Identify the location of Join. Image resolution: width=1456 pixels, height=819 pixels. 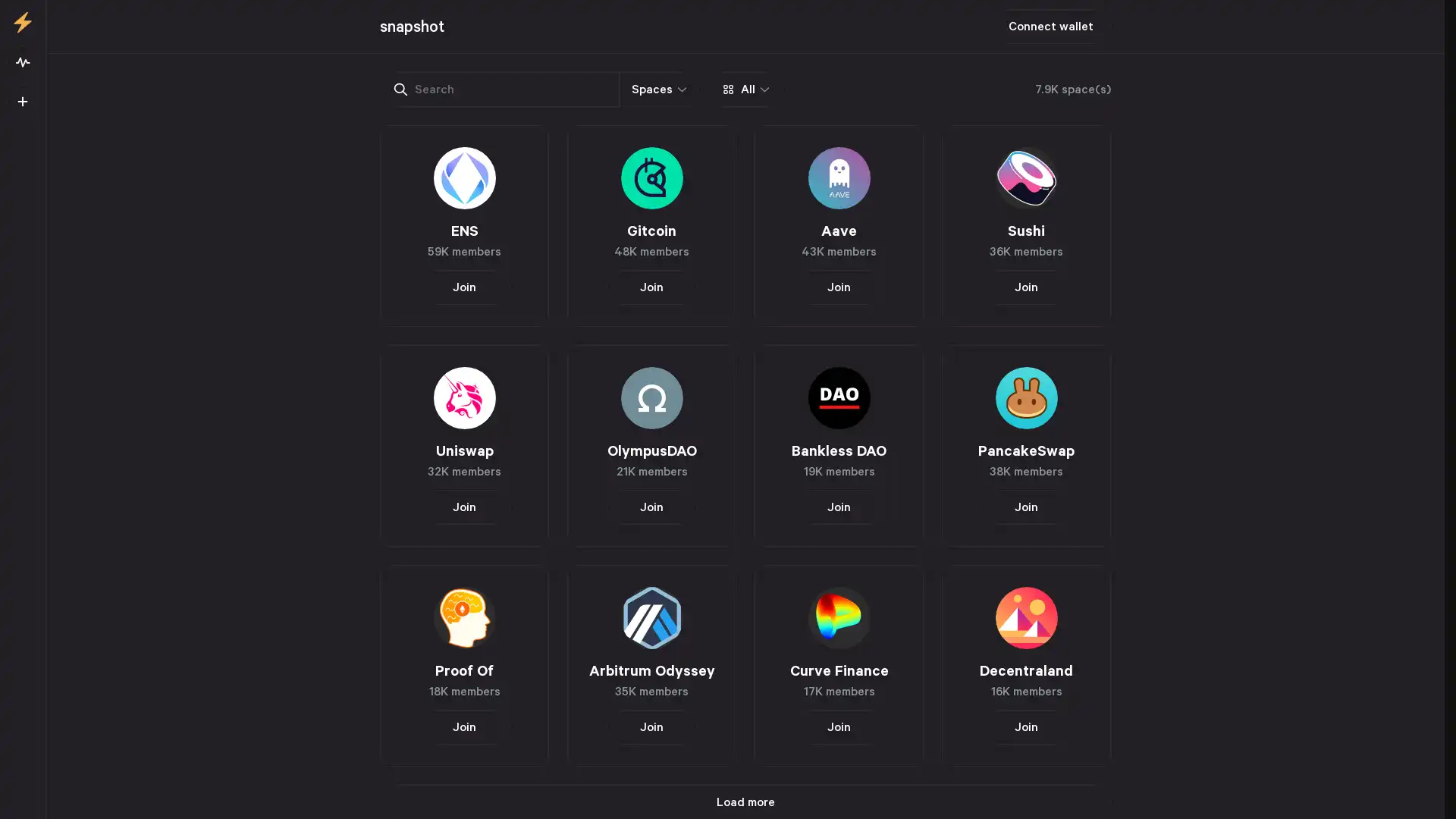
(651, 726).